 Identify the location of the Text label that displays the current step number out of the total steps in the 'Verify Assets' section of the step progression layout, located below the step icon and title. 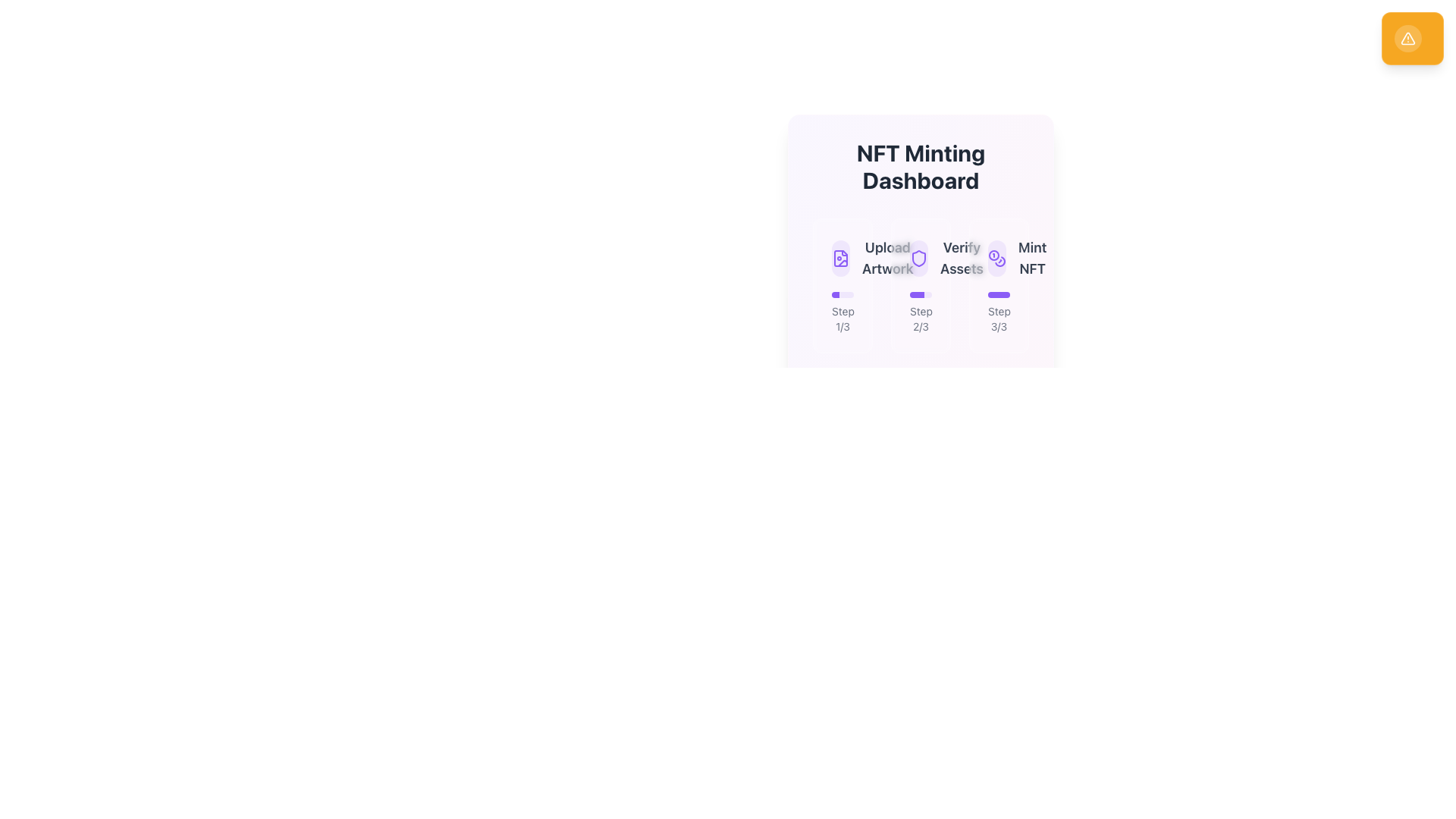
(920, 312).